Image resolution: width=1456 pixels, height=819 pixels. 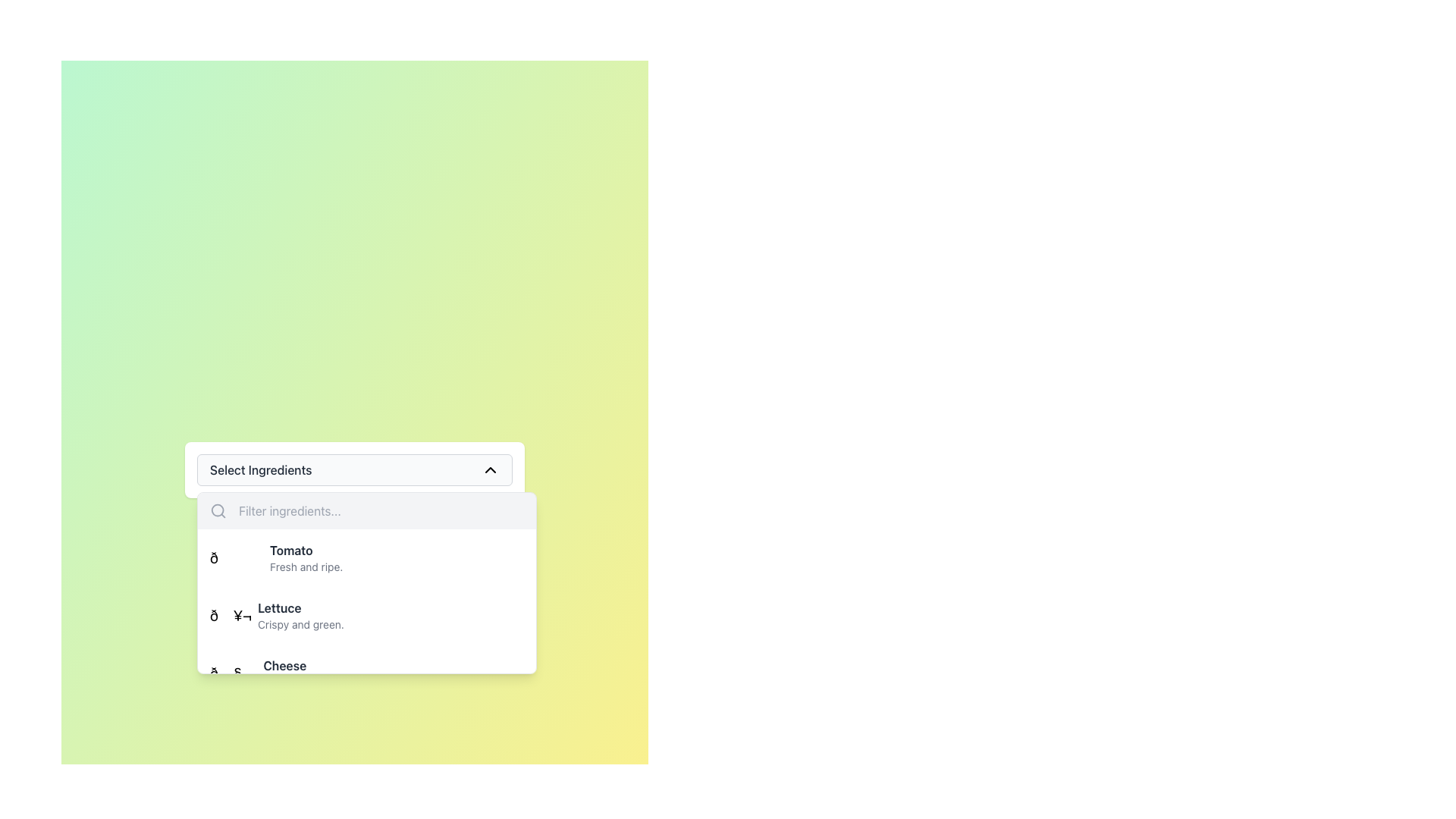 What do you see at coordinates (230, 616) in the screenshot?
I see `the emoji character displayed at the beginning of the 'Lettuce' list item in the dropdown menu, which is visually distinct due to its bold and large font style` at bounding box center [230, 616].